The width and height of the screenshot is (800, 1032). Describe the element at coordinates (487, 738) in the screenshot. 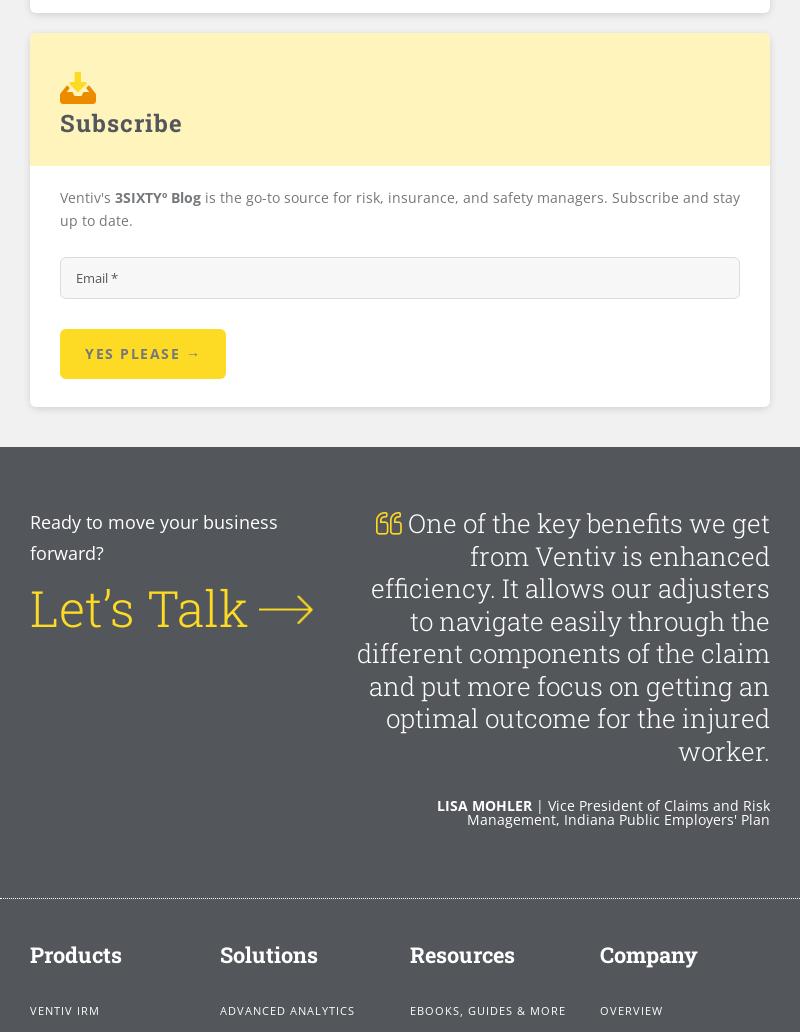

I see `'Ric Henry'` at that location.